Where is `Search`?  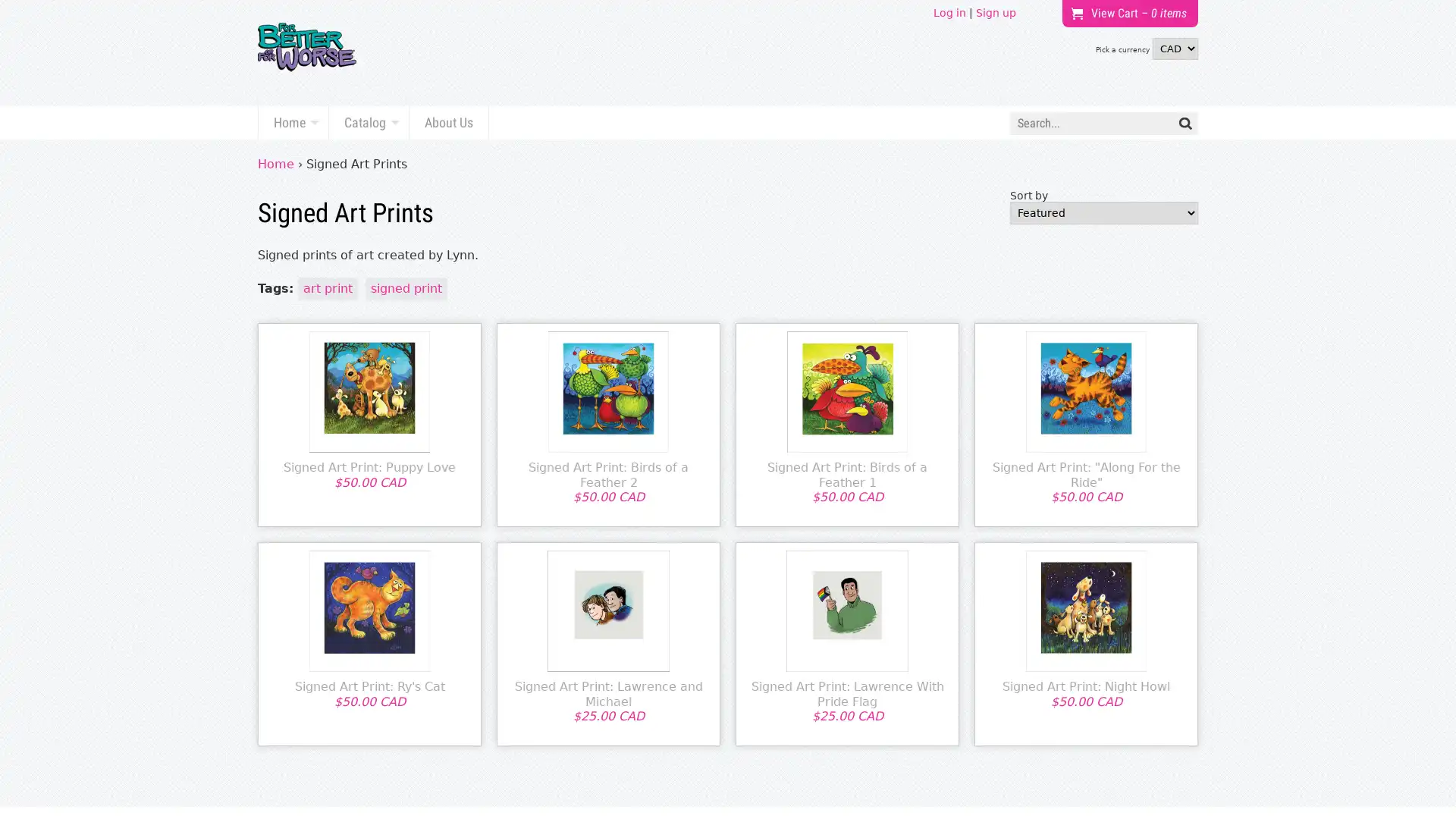
Search is located at coordinates (1185, 122).